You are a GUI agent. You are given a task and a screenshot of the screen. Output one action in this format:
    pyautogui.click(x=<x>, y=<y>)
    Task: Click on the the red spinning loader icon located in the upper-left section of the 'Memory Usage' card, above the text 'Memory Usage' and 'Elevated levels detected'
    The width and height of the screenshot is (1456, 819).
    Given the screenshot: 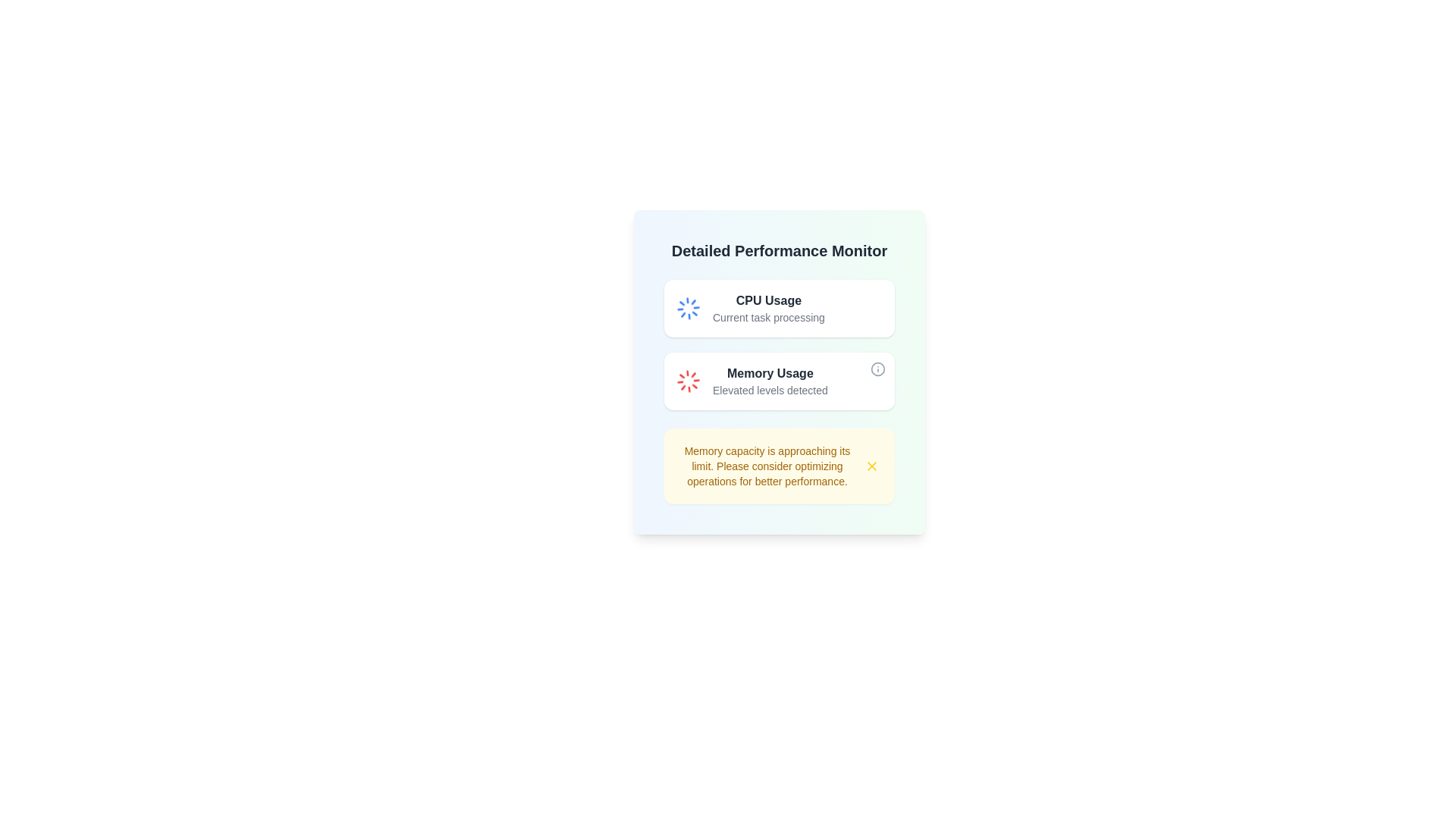 What is the action you would take?
    pyautogui.click(x=687, y=379)
    